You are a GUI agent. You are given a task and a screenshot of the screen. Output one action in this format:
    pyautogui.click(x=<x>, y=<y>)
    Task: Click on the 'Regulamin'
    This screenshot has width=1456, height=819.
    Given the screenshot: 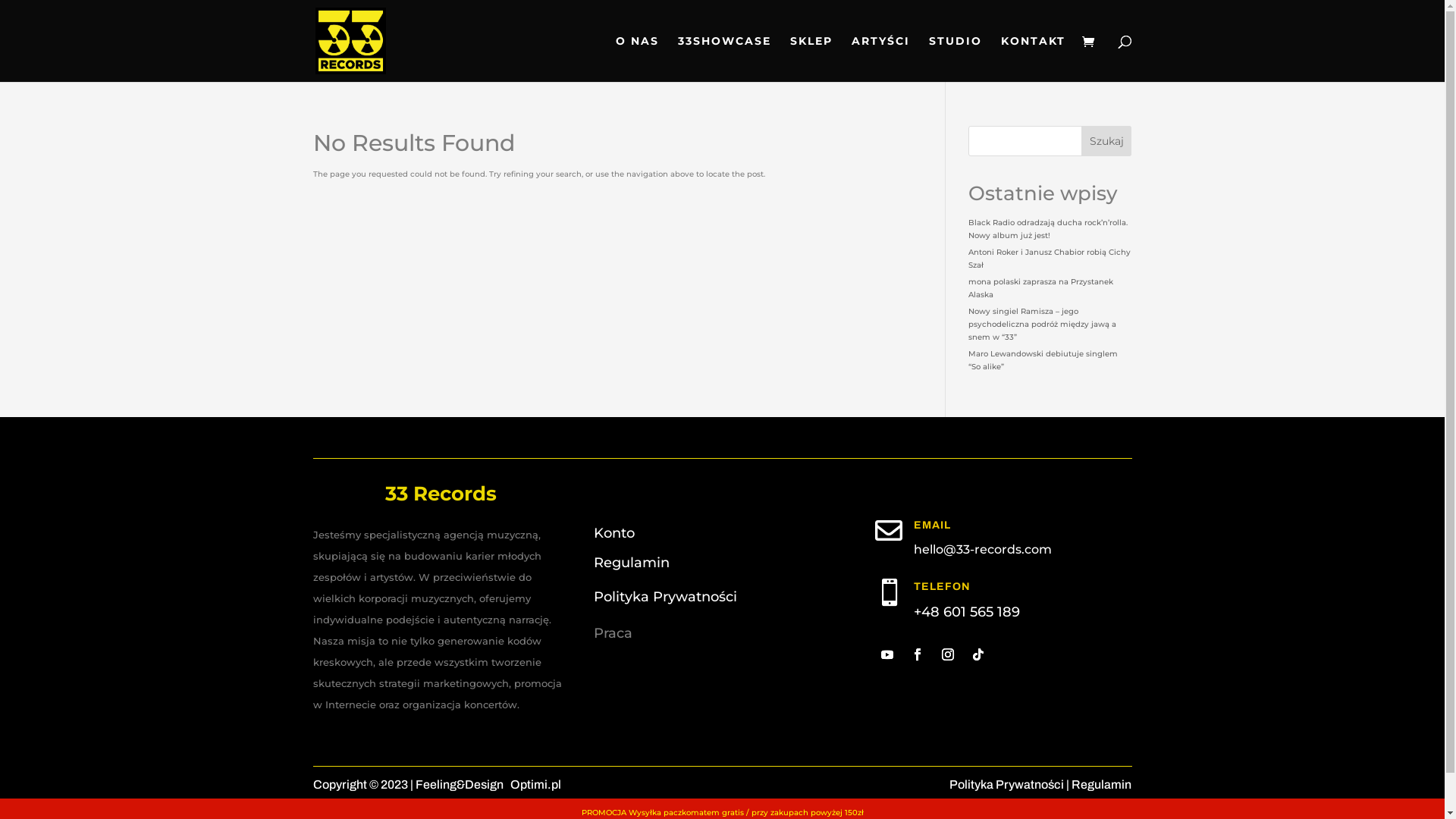 What is the action you would take?
    pyautogui.click(x=1070, y=784)
    